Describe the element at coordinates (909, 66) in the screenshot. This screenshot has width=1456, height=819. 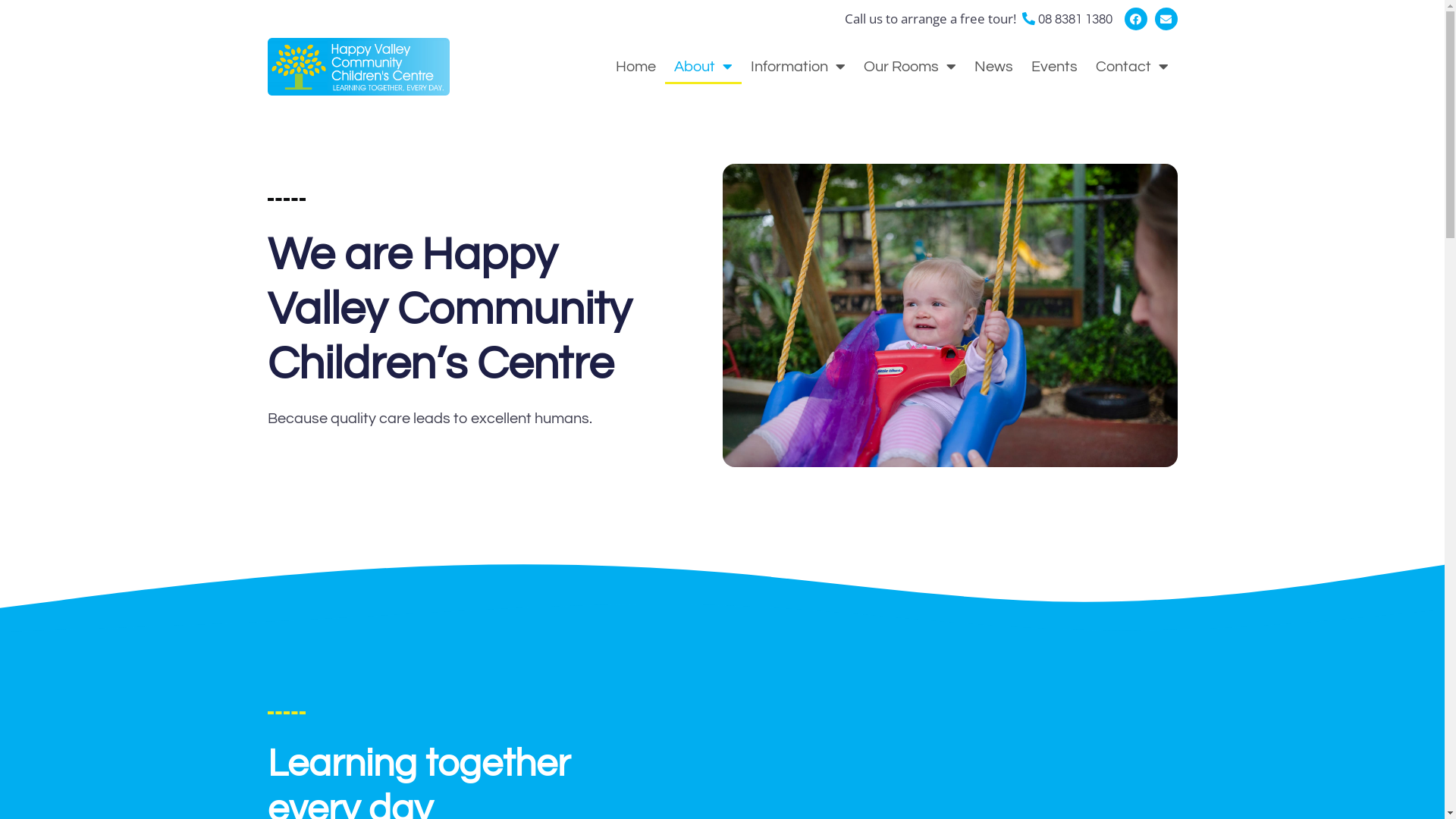
I see `'Our Rooms'` at that location.